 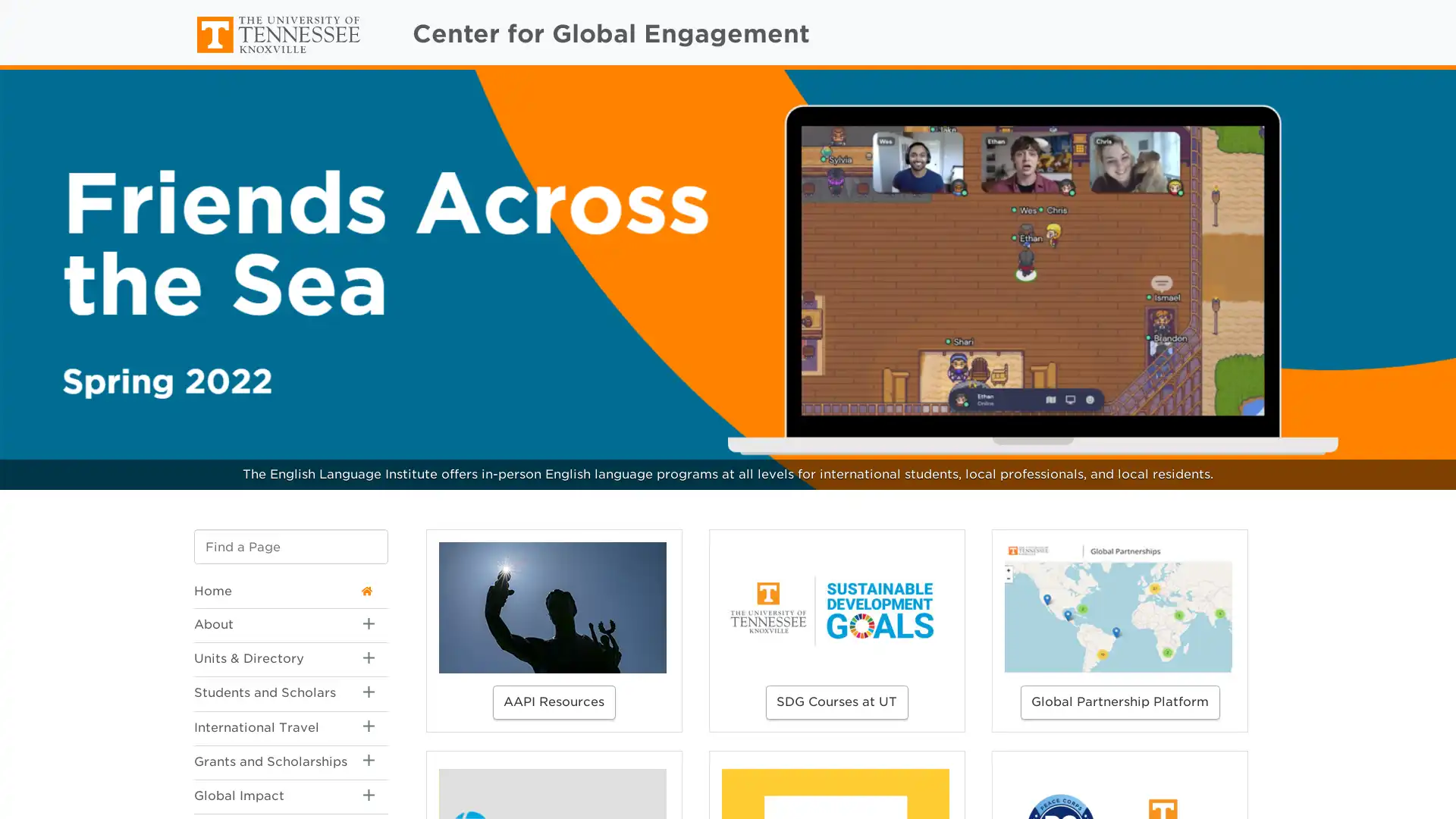 What do you see at coordinates (193, 574) in the screenshot?
I see `Go` at bounding box center [193, 574].